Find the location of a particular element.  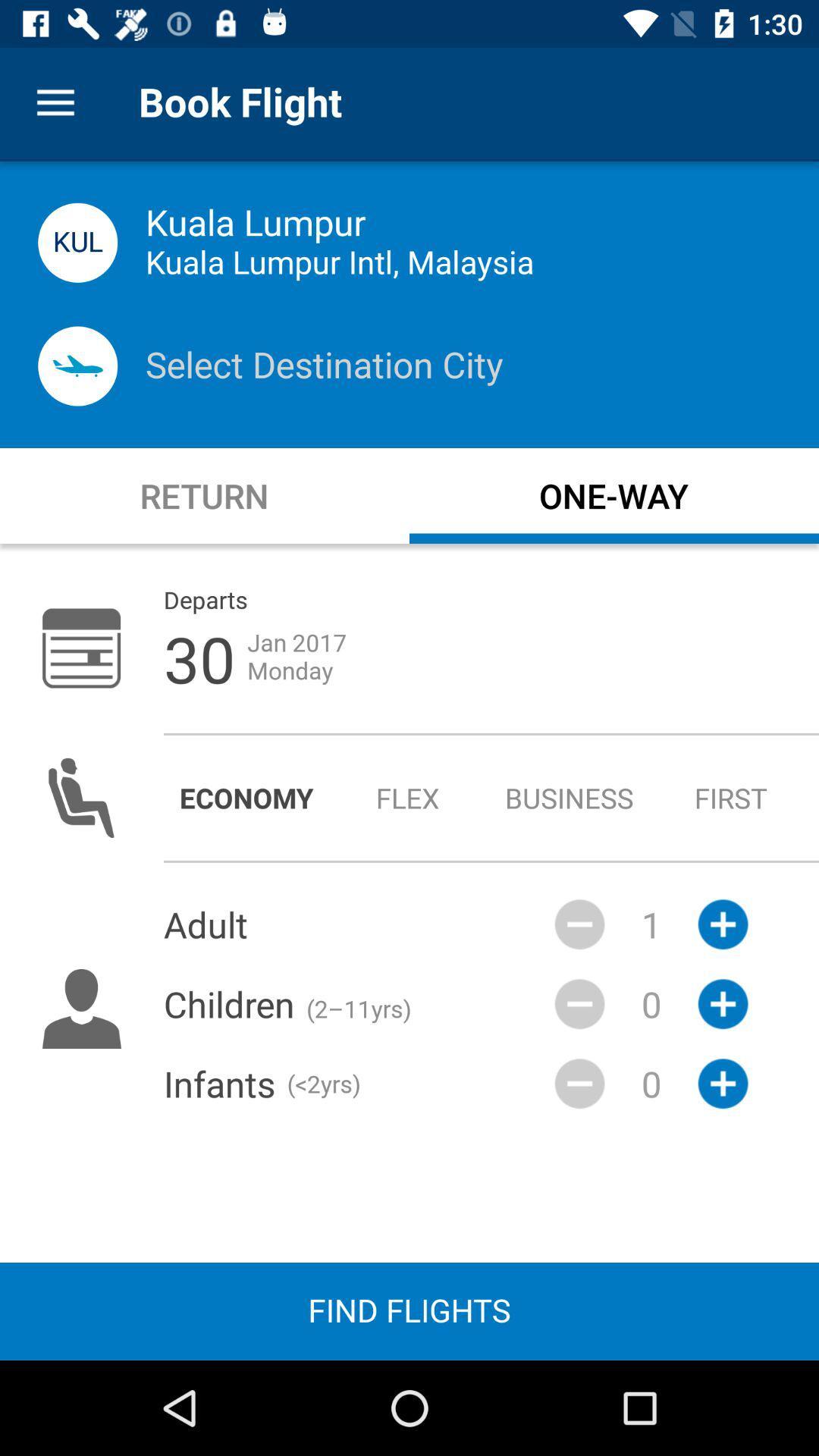

radio button to the left of the business is located at coordinates (407, 797).